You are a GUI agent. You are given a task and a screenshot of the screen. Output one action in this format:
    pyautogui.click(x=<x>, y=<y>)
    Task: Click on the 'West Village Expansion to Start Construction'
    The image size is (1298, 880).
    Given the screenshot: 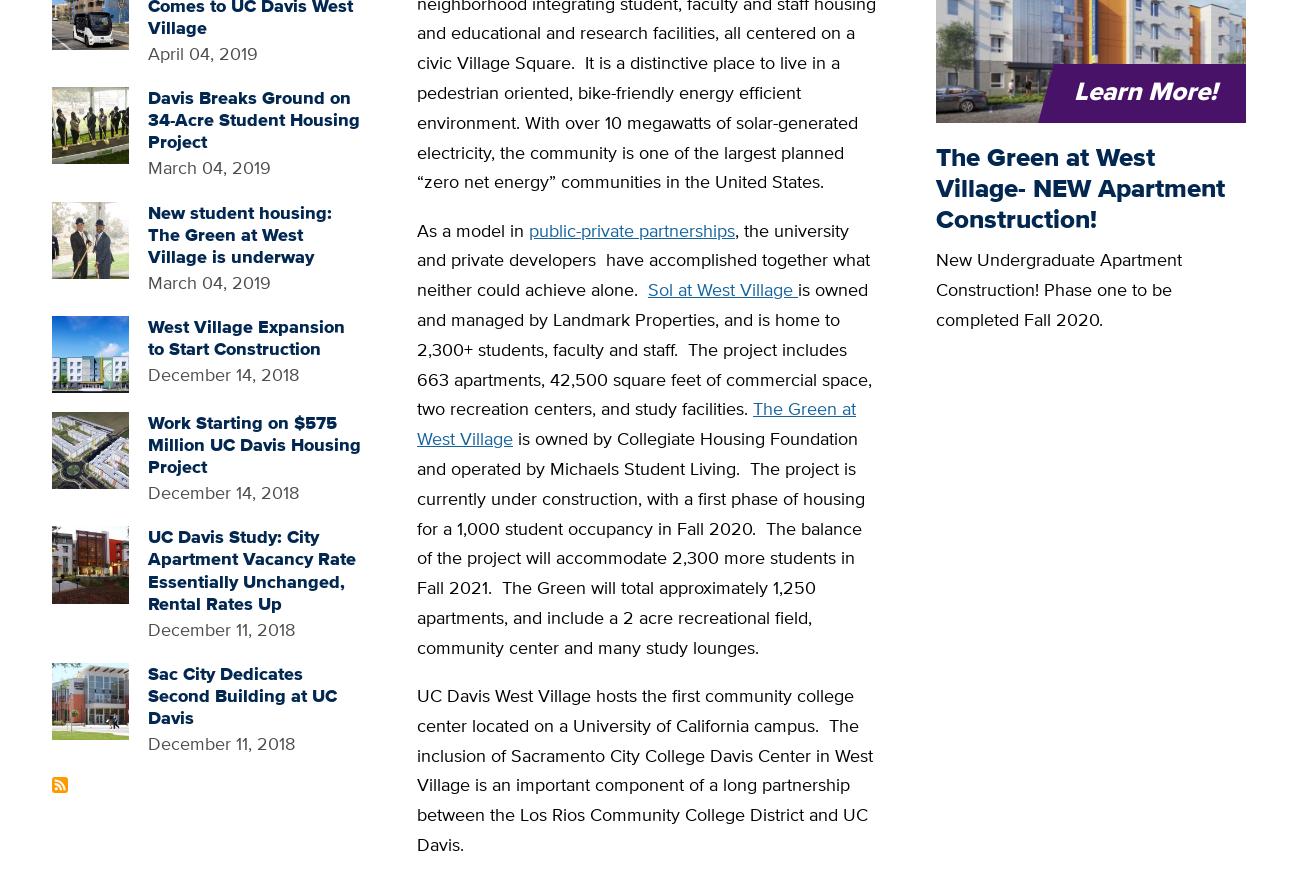 What is the action you would take?
    pyautogui.click(x=245, y=337)
    